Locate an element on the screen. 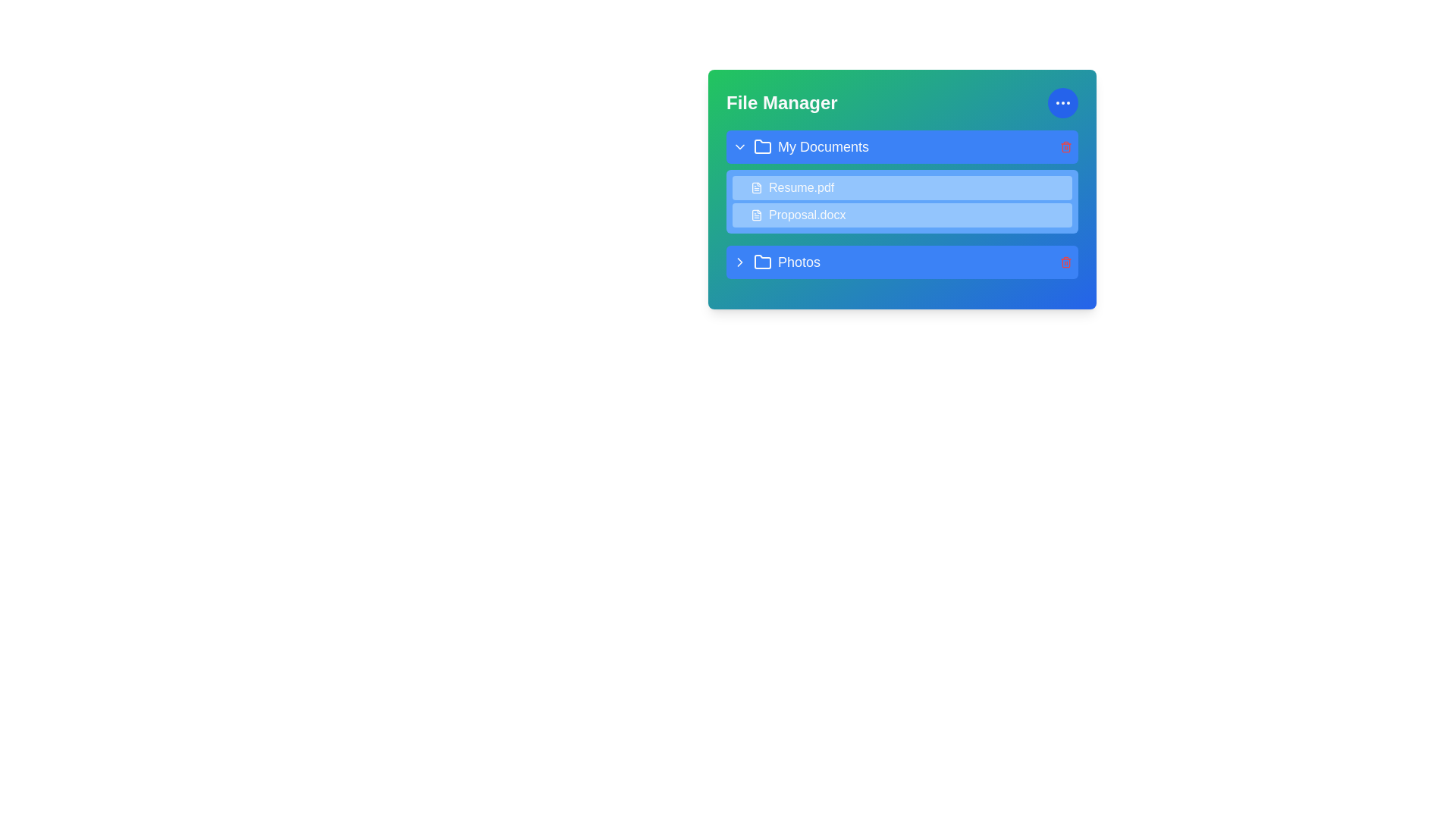 The image size is (1456, 819). the action menu button located at the top right corner of the 'File Manager' section is located at coordinates (1062, 102).